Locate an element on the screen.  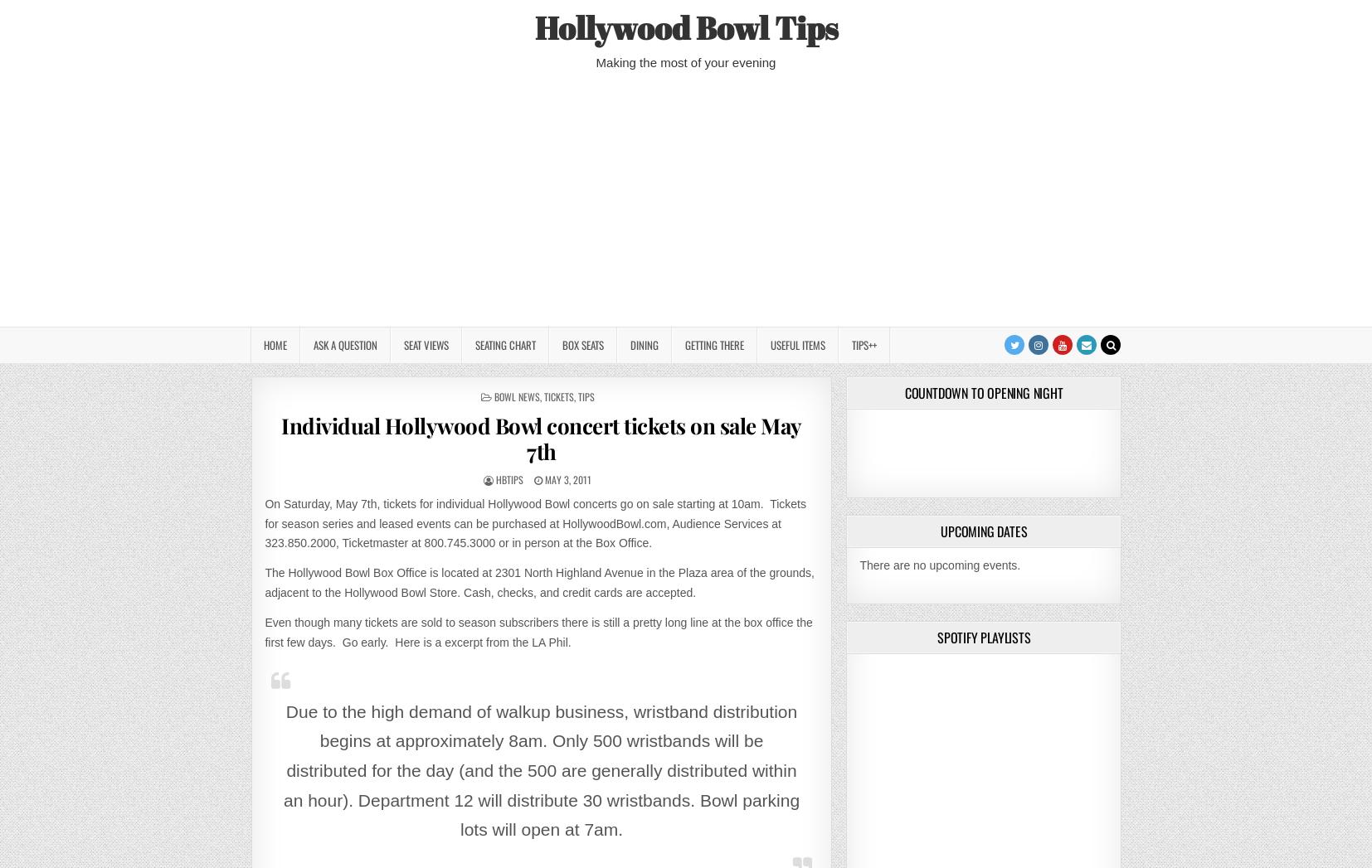
'HBTips' is located at coordinates (509, 478).